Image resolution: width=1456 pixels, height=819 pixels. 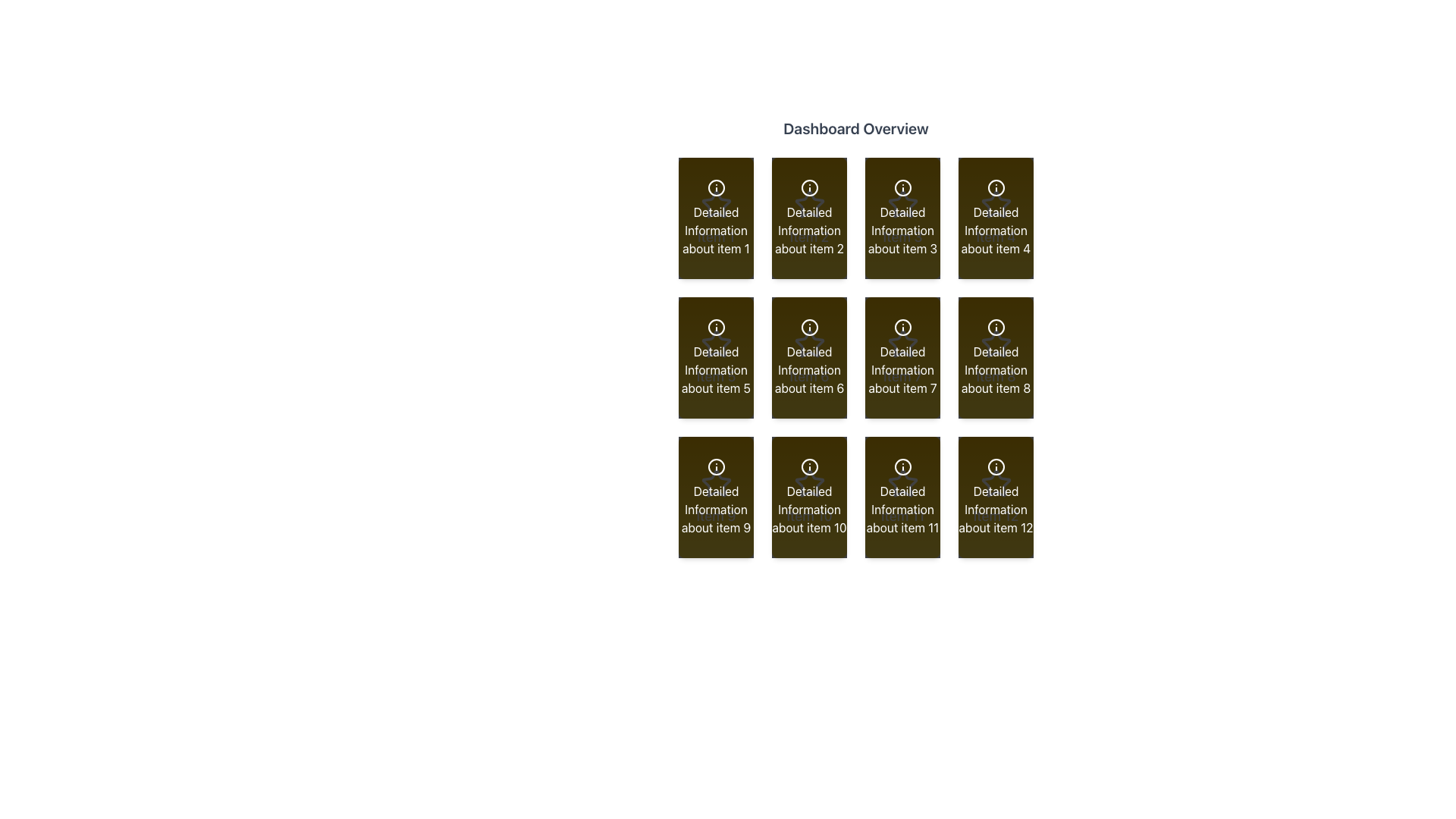 What do you see at coordinates (996, 376) in the screenshot?
I see `static text label that serves as the title for the card located in the second row and fourth column of the grid layout, positioned beneath an icon and above descriptive text` at bounding box center [996, 376].